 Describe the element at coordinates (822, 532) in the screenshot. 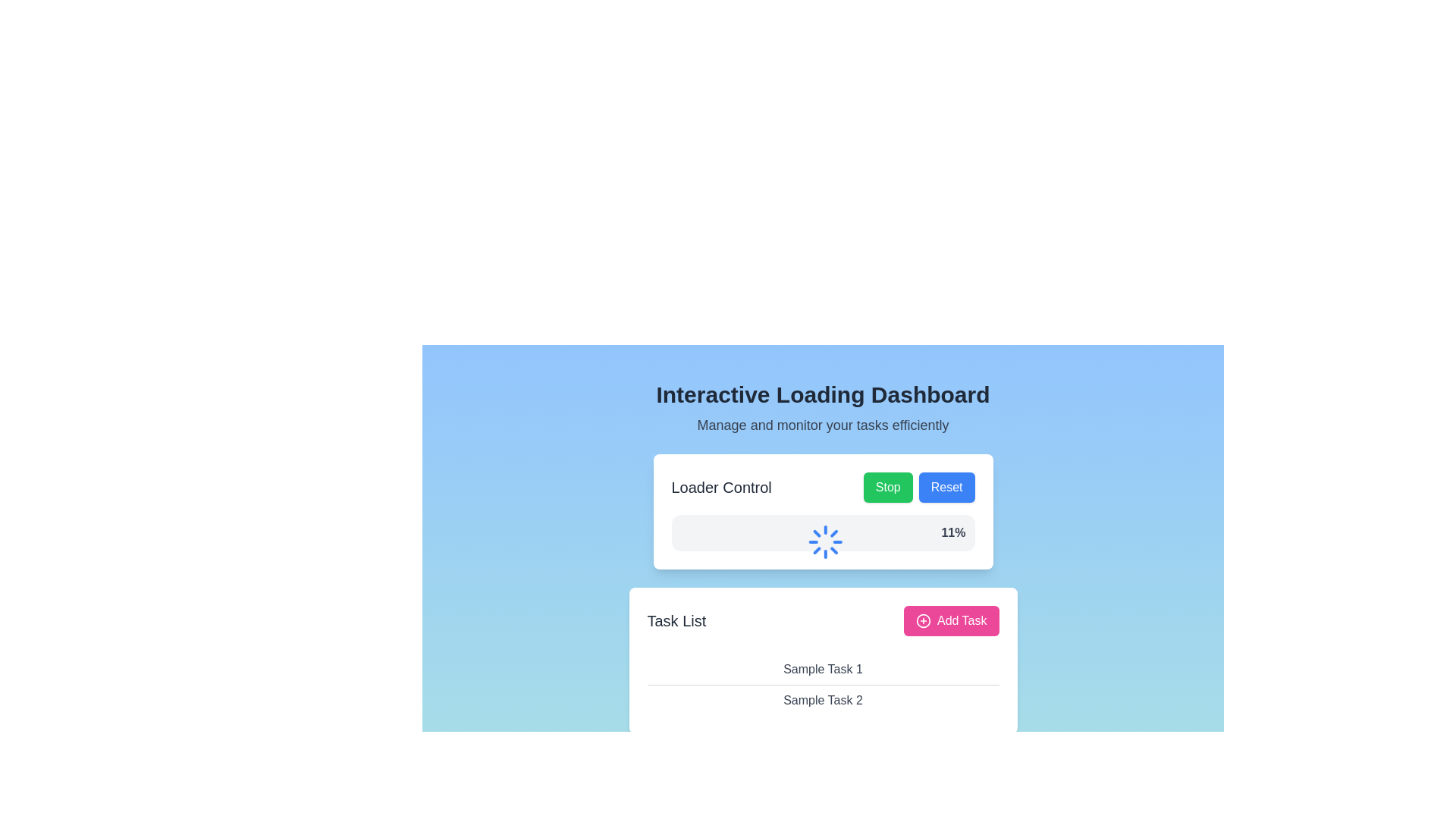

I see `the loading indicator that displays a spinning blue loader icon and '4%' text, located under the 'Stop' and 'Reset' buttons` at that location.